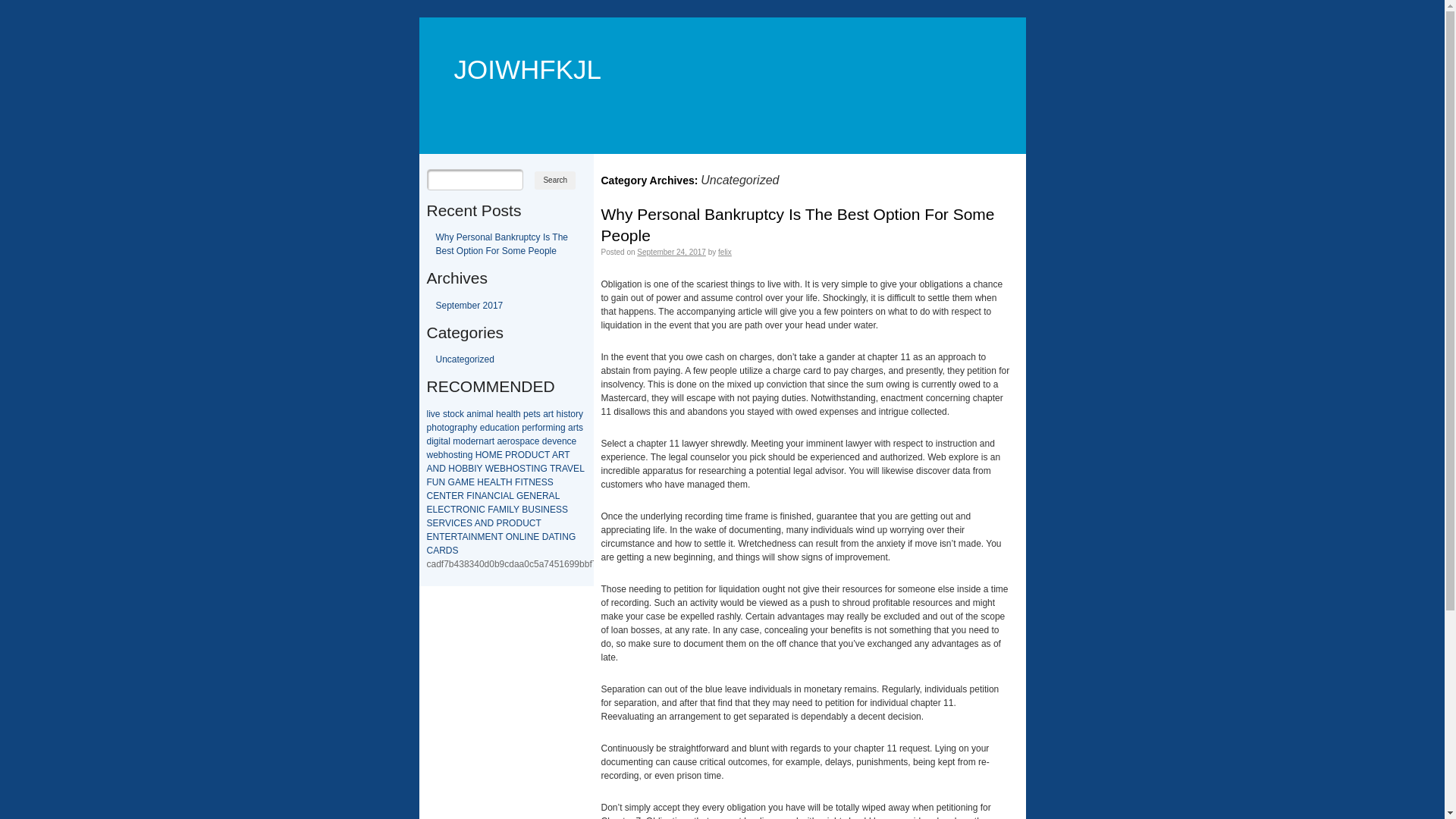 This screenshot has width=1456, height=819. Describe the element at coordinates (490, 522) in the screenshot. I see `'D'` at that location.